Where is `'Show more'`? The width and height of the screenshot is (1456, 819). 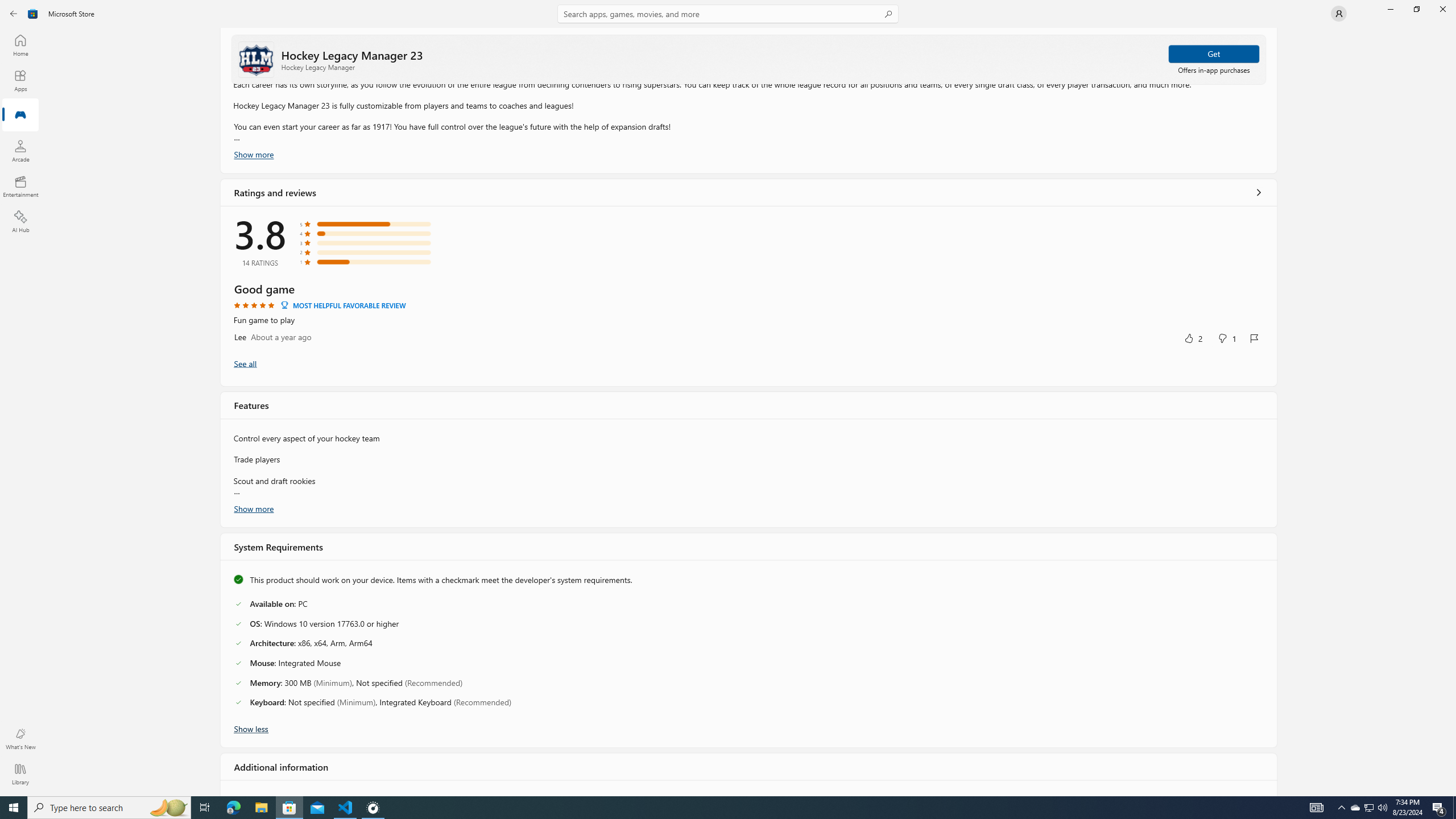 'Show more' is located at coordinates (253, 507).